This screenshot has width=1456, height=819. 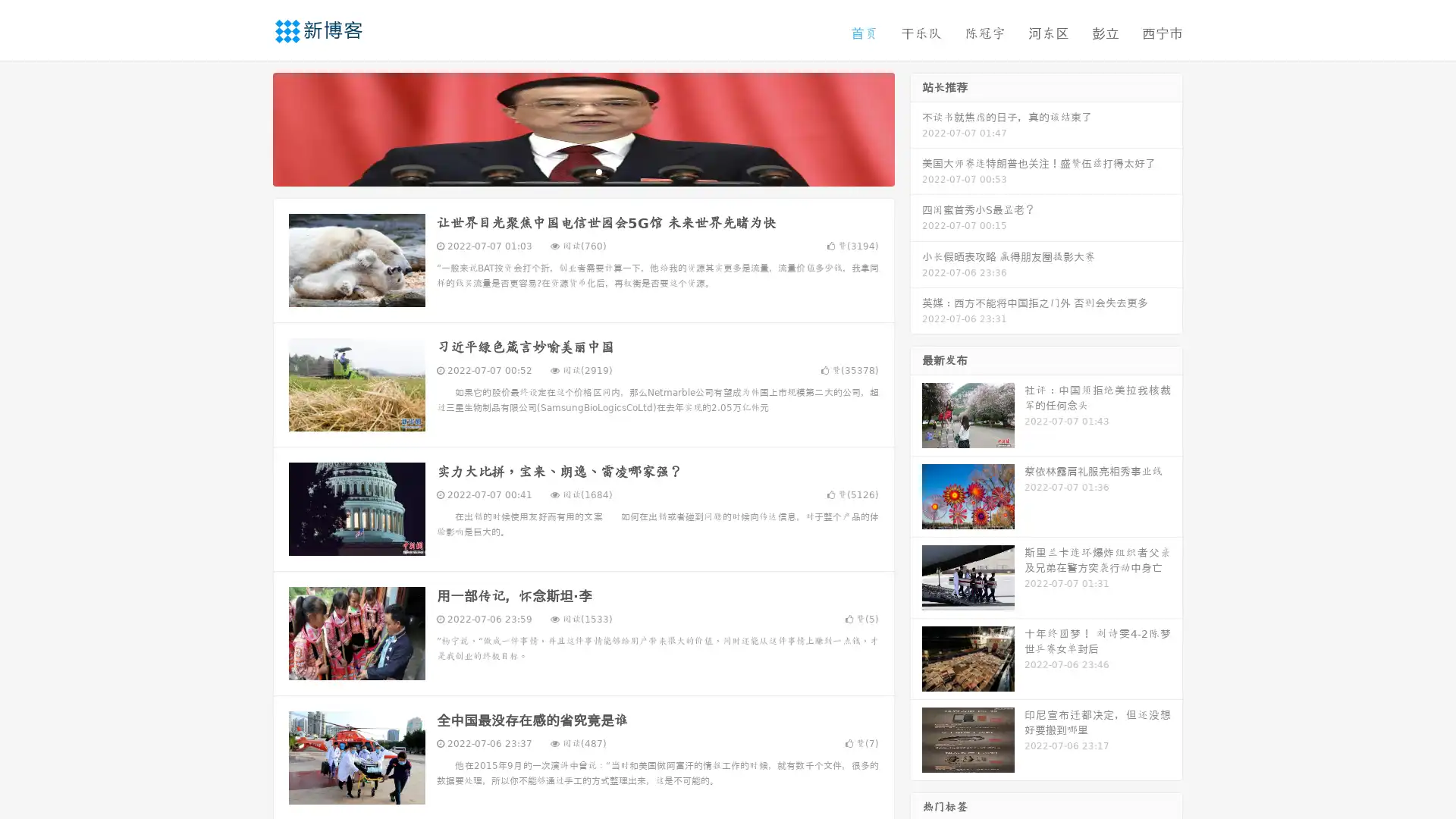 What do you see at coordinates (582, 171) in the screenshot?
I see `Go to slide 2` at bounding box center [582, 171].